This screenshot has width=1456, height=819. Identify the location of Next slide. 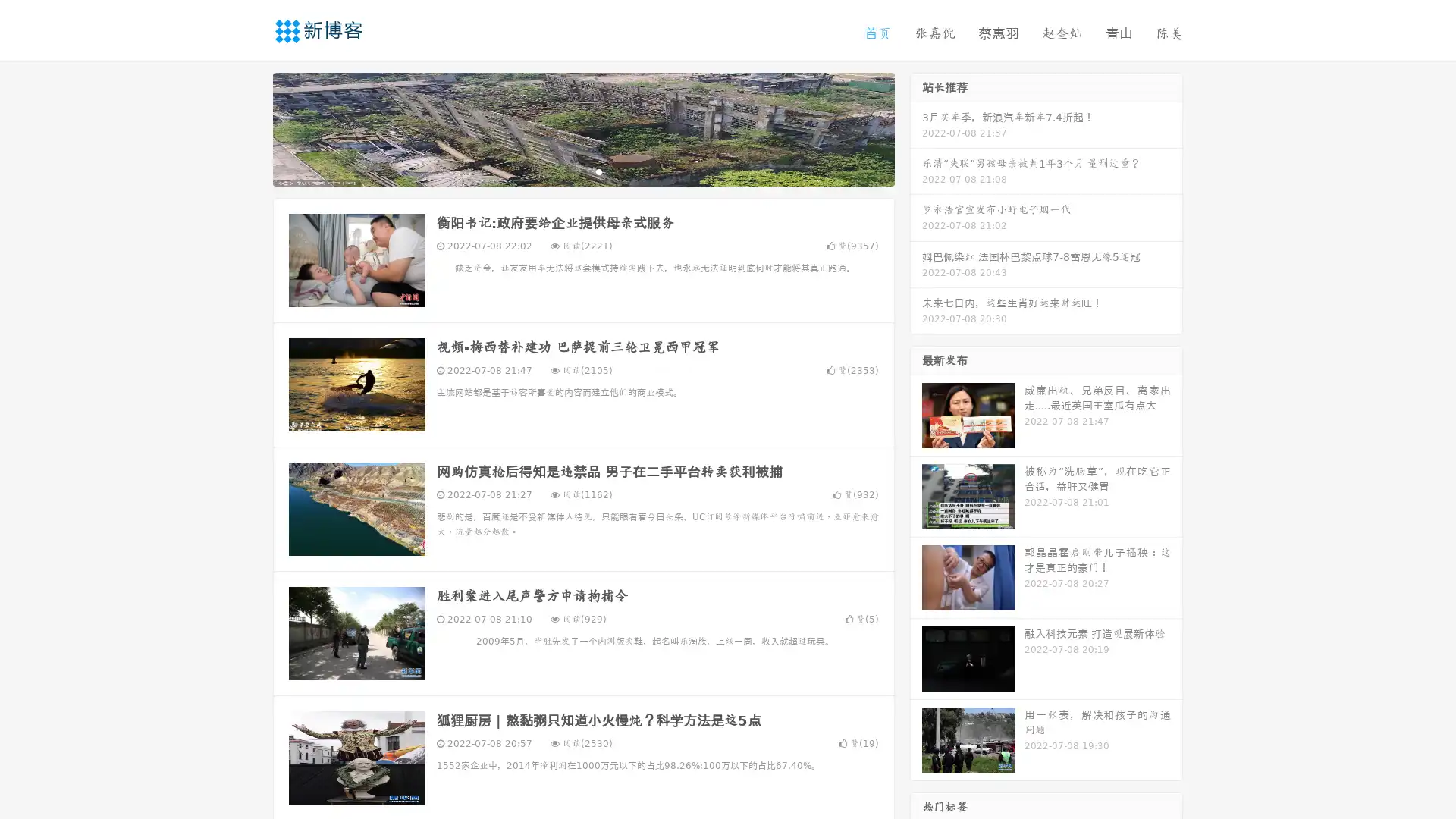
(916, 127).